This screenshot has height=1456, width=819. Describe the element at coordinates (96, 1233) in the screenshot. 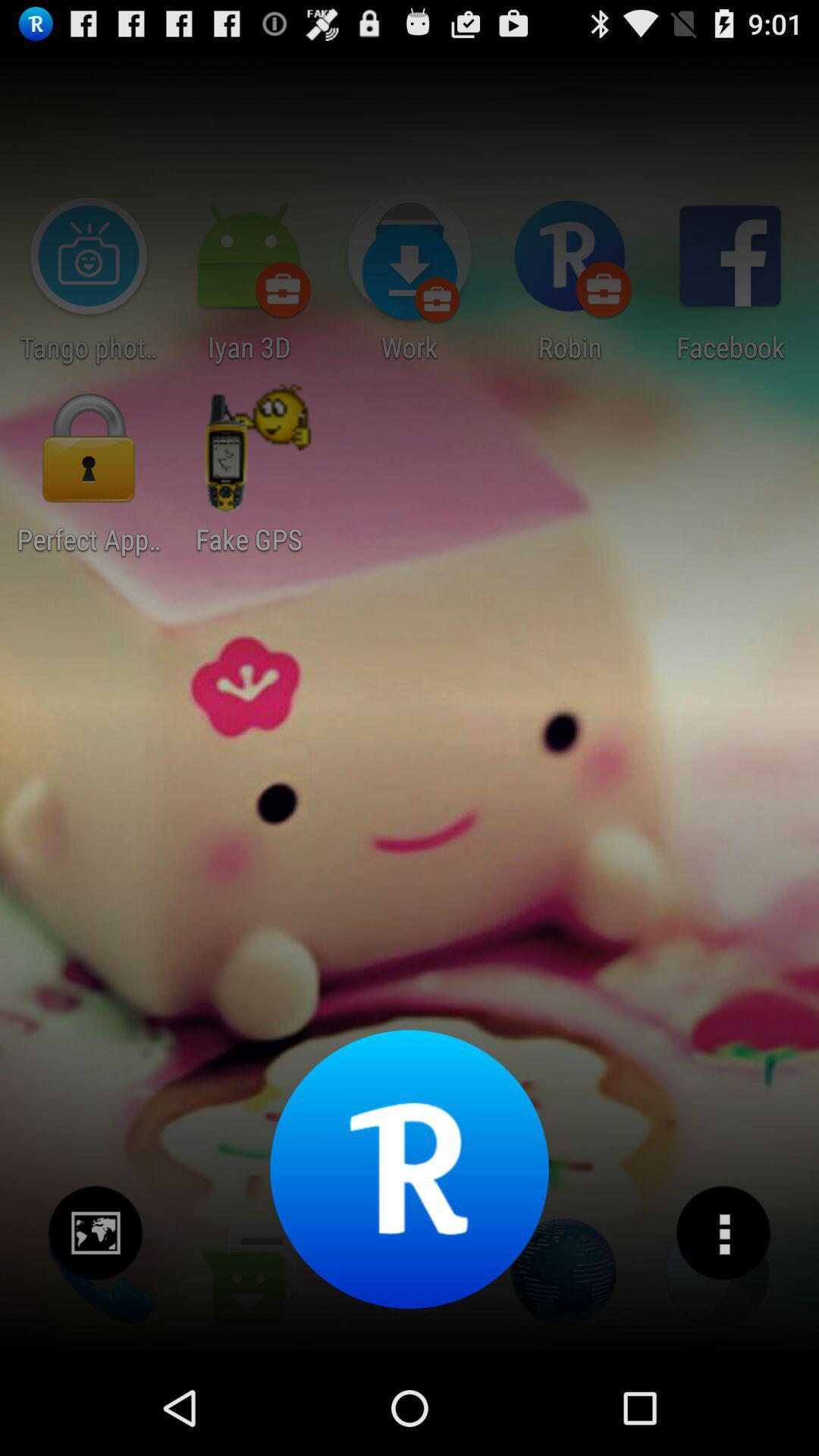

I see `map option` at that location.